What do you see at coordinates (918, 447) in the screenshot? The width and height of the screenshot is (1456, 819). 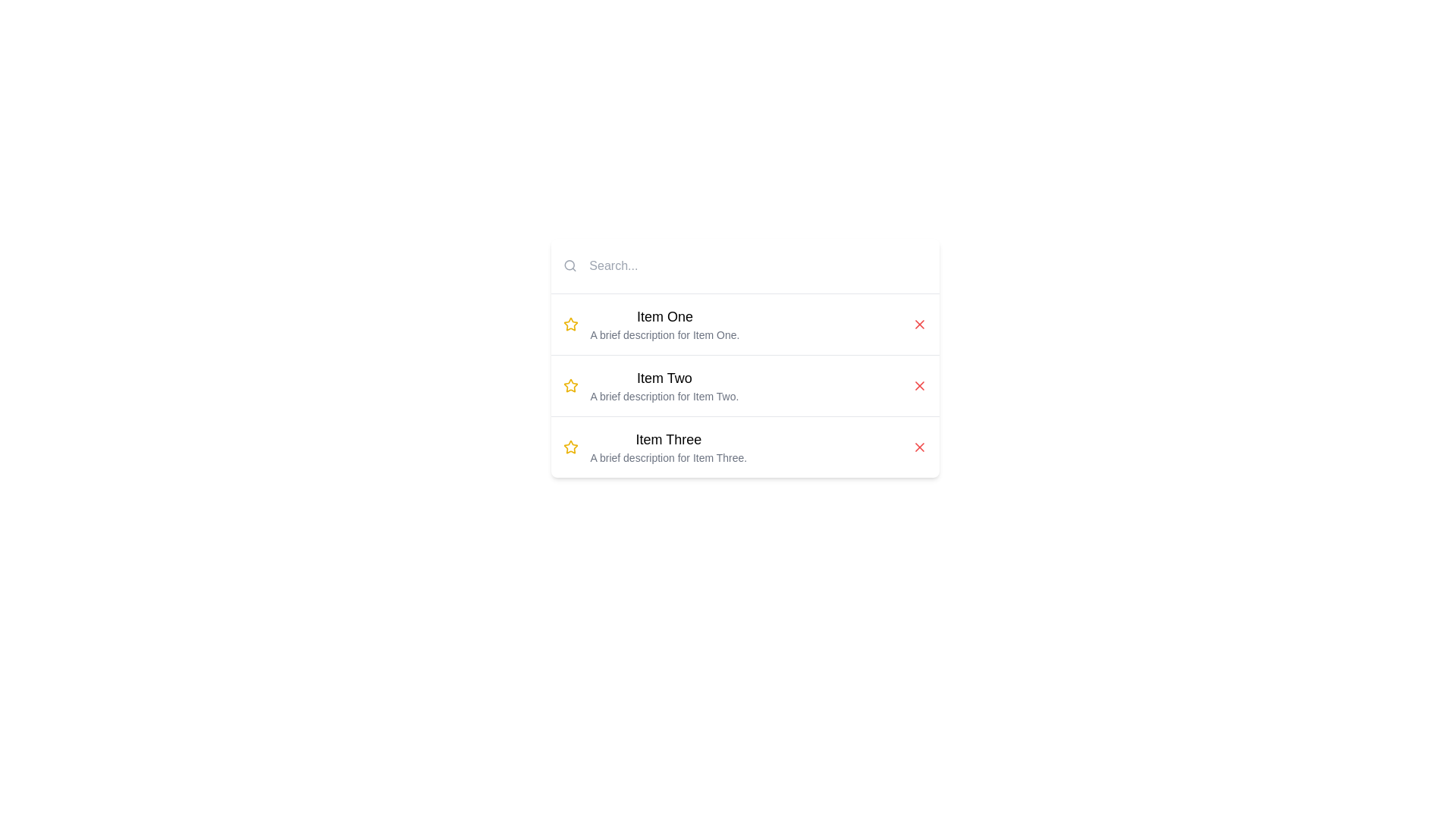 I see `the Close button, which is a small red cross icon located at the far right of the row labeled 'Item Three'` at bounding box center [918, 447].